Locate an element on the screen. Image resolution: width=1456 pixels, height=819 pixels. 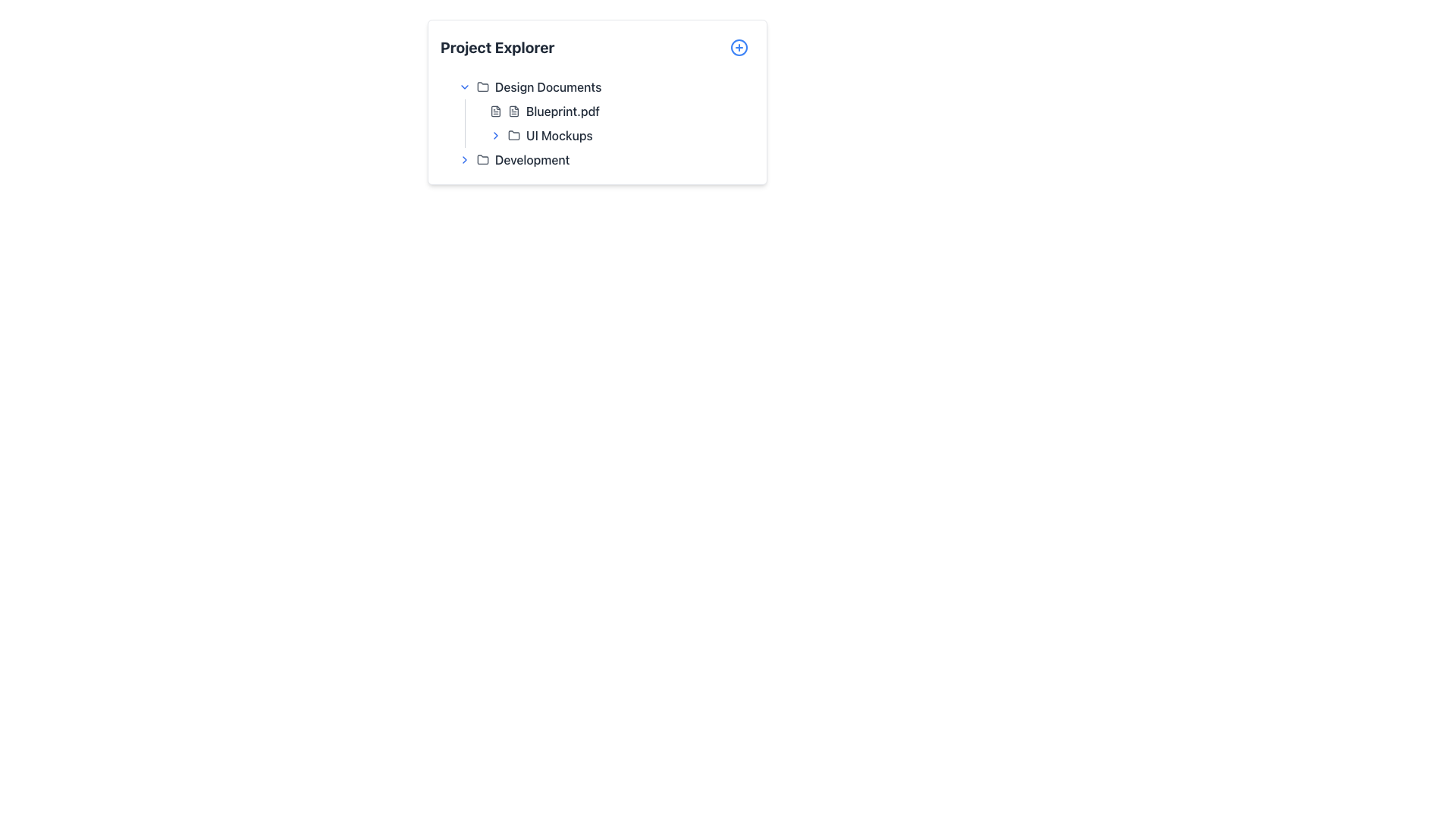
the small document file icon, which has a gray outline and is located to the left of the 'Blueprint.pdf' label in the 'Project Explorer' section is located at coordinates (495, 110).